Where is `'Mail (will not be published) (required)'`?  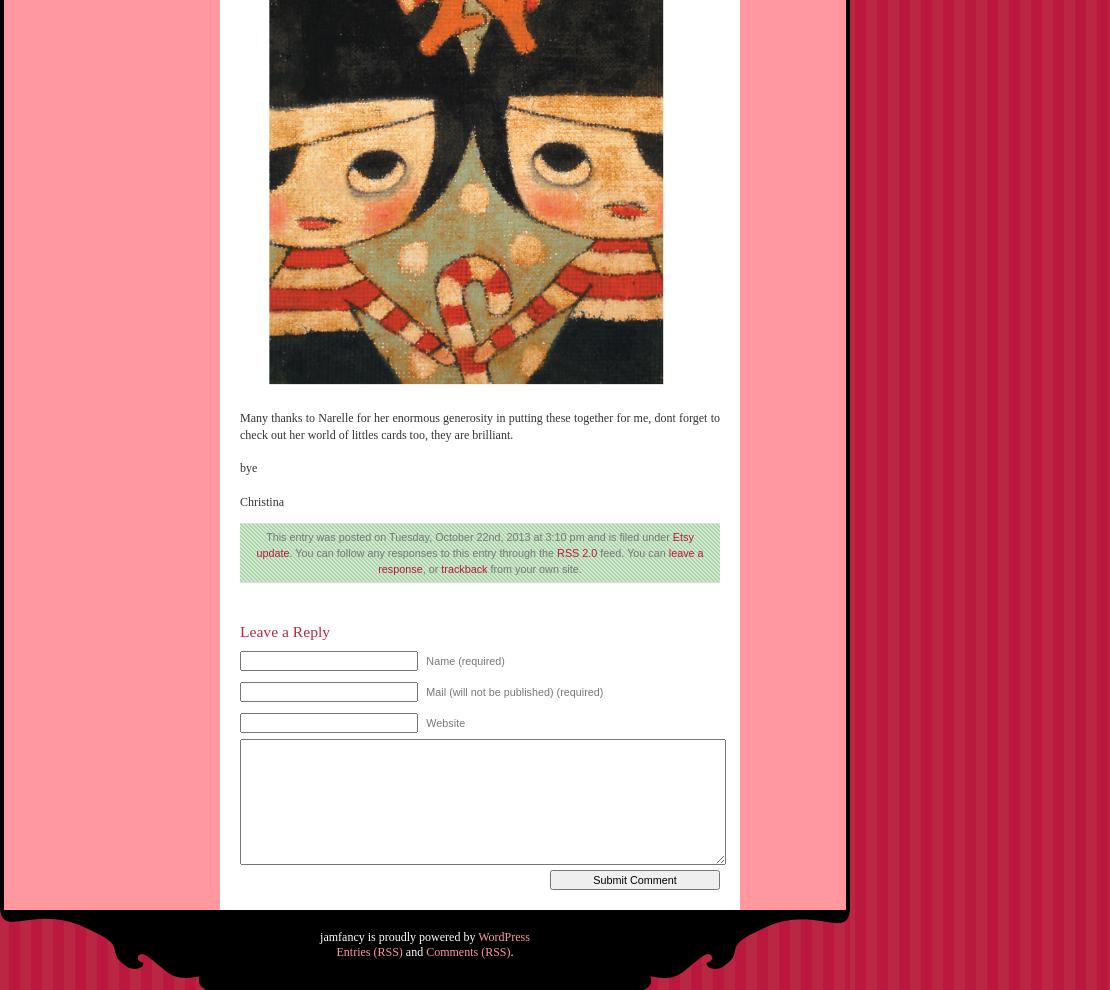
'Mail (will not be published) (required)' is located at coordinates (513, 692).